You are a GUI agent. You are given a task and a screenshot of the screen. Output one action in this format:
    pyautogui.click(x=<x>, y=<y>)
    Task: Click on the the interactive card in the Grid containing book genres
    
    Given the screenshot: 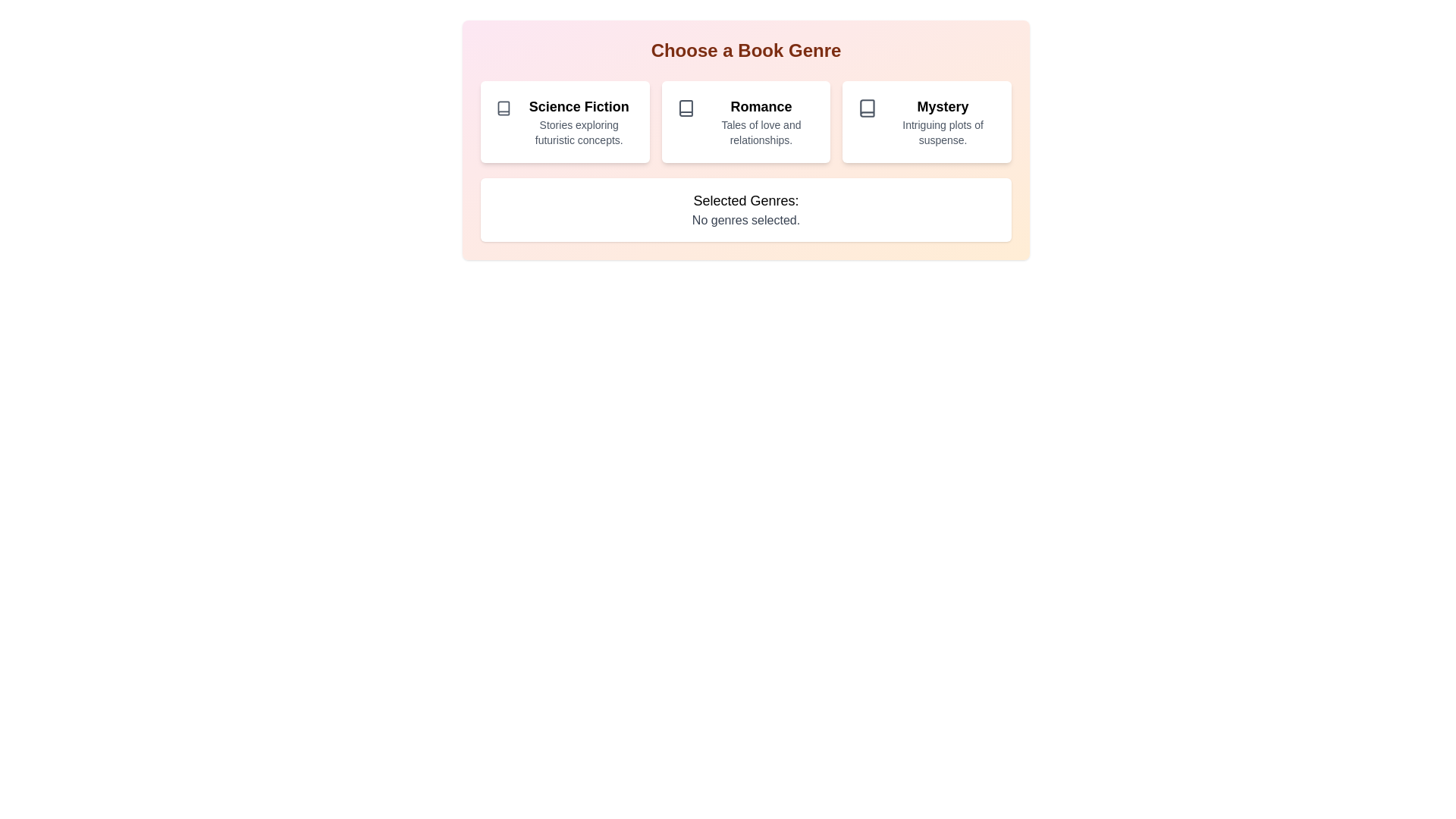 What is the action you would take?
    pyautogui.click(x=745, y=121)
    